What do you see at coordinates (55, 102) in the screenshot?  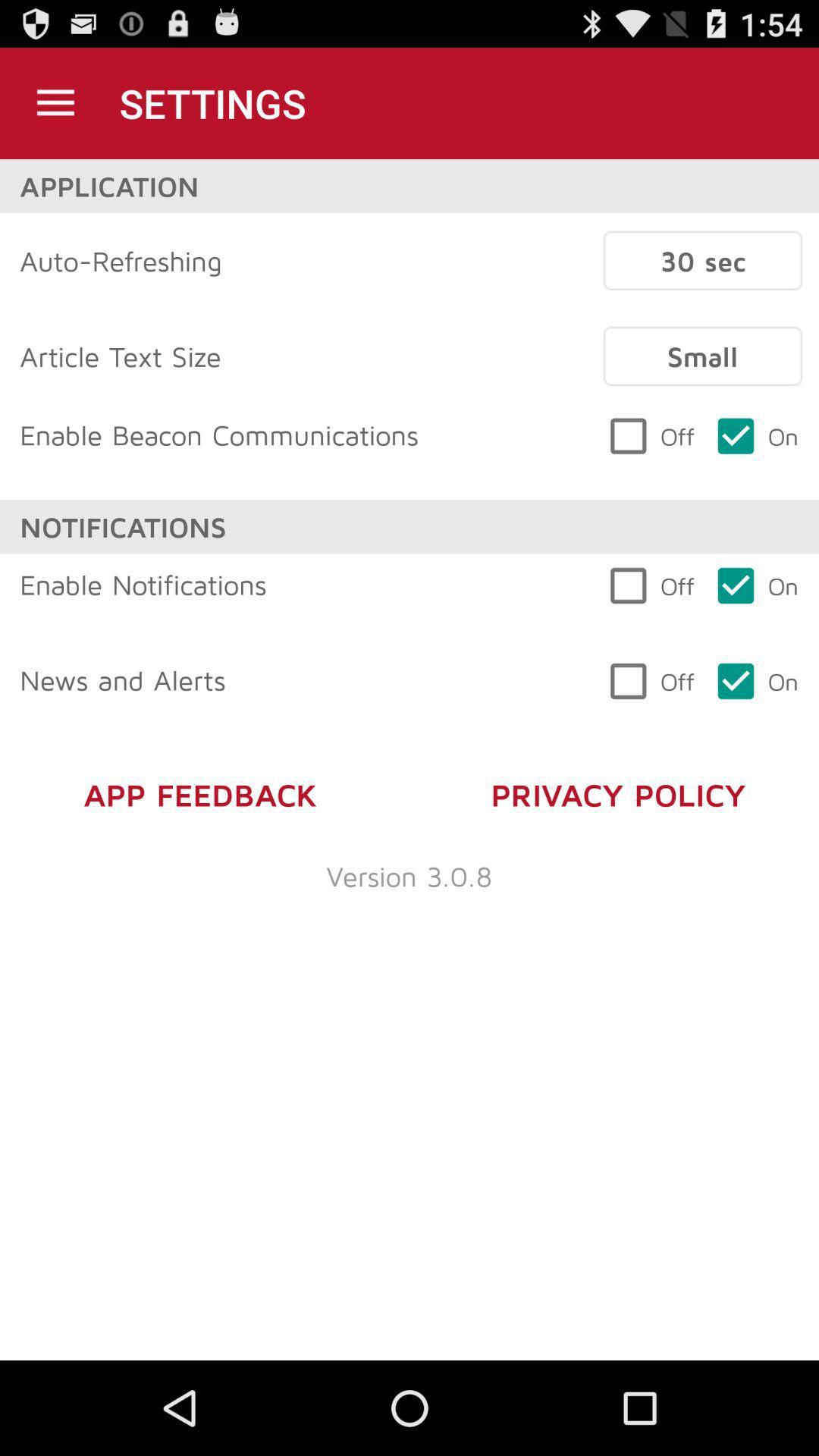 I see `the item above application` at bounding box center [55, 102].